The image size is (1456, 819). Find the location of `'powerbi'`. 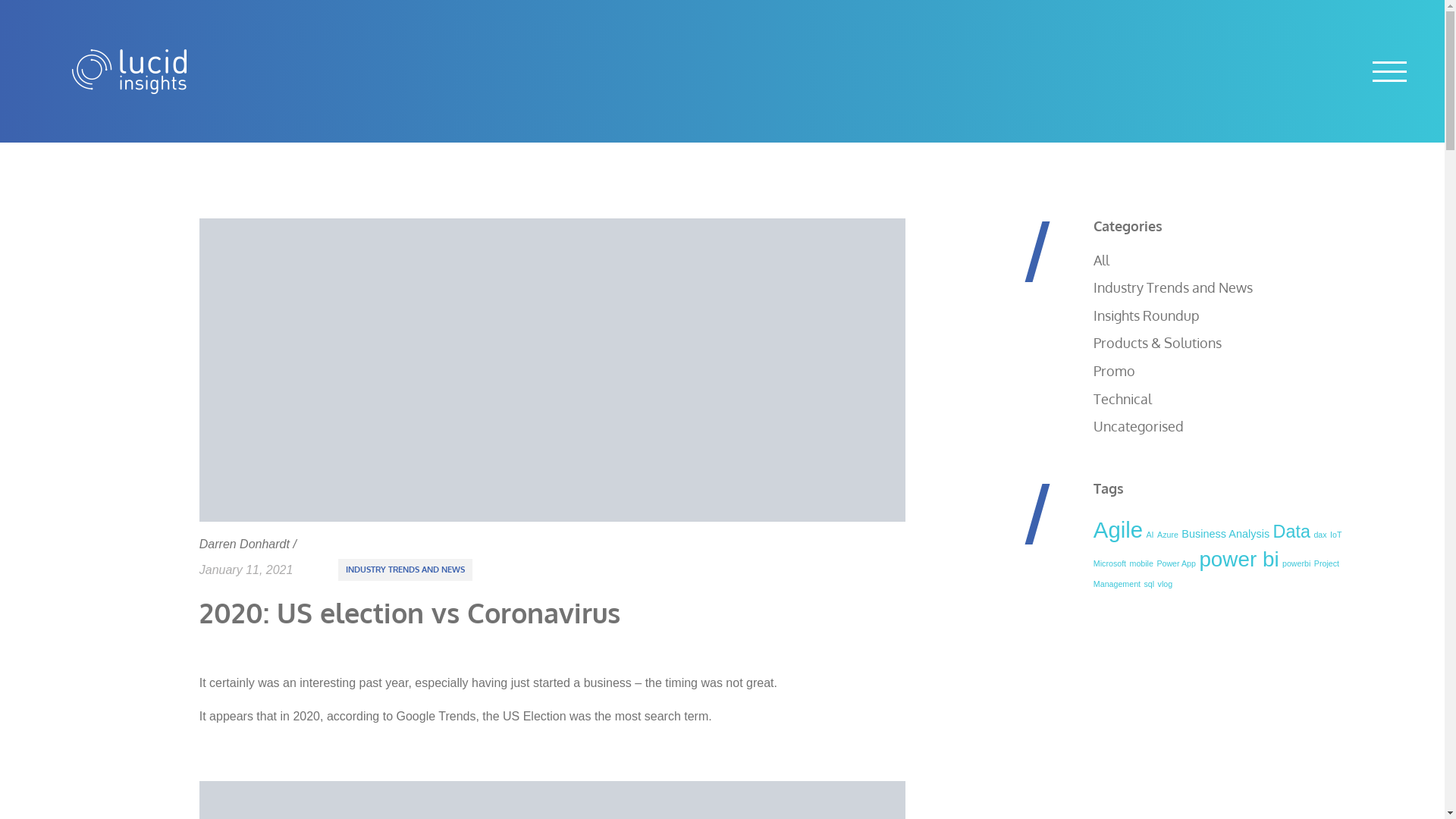

'powerbi' is located at coordinates (1295, 563).